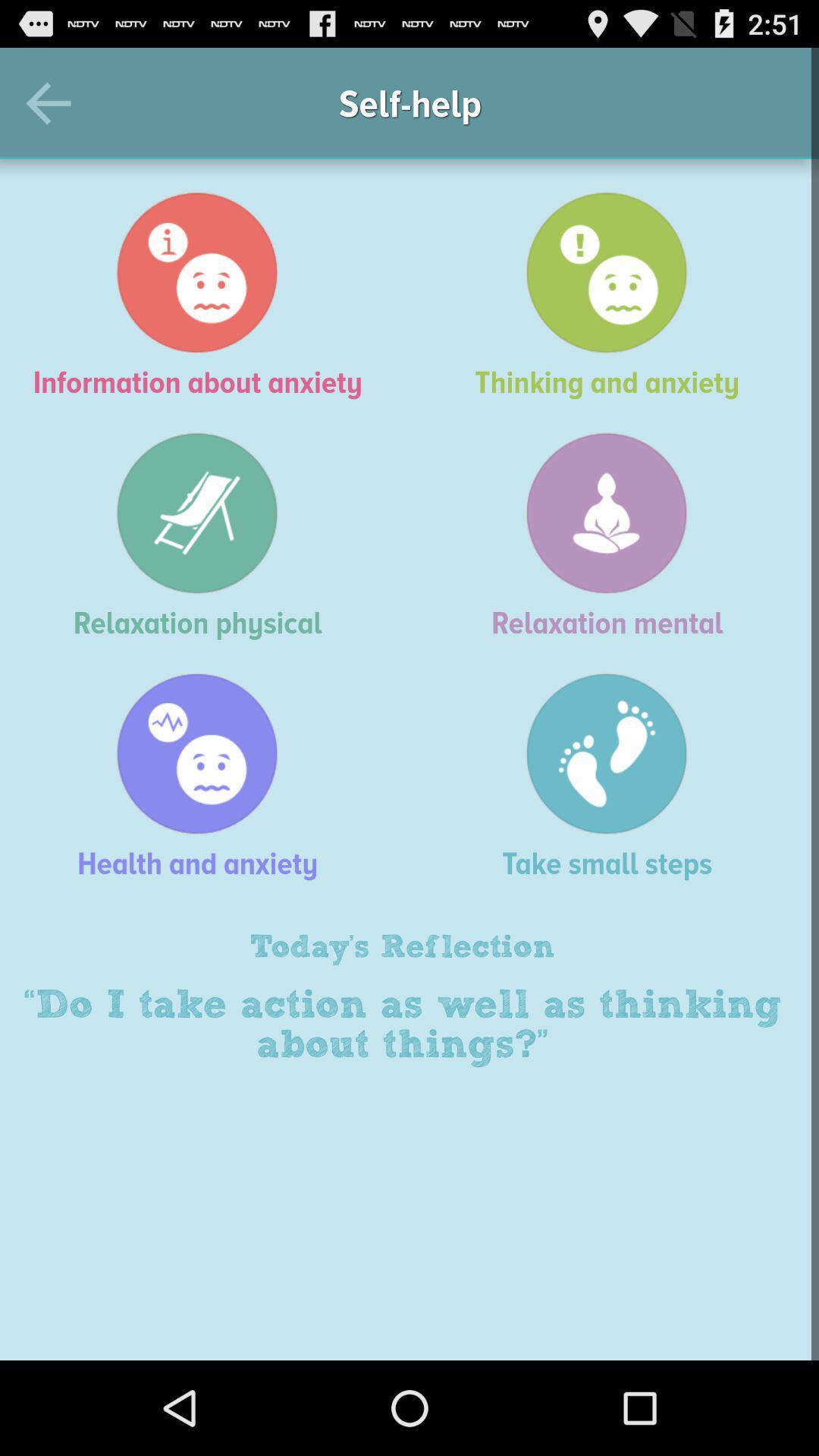 The width and height of the screenshot is (819, 1456). I want to click on item above the relaxation physical icon, so click(205, 295).